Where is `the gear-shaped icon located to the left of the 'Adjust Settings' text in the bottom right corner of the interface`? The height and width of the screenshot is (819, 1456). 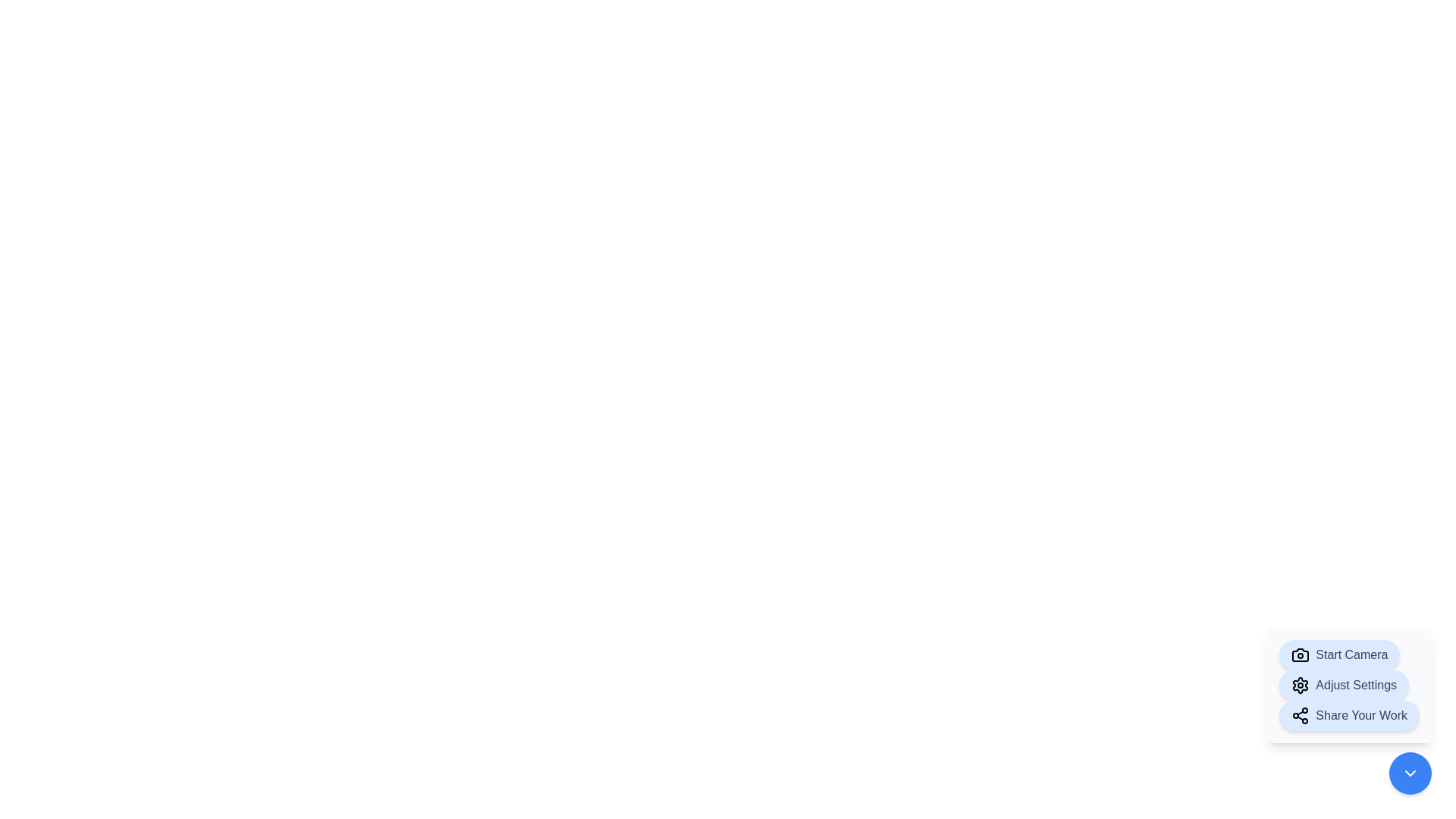
the gear-shaped icon located to the left of the 'Adjust Settings' text in the bottom right corner of the interface is located at coordinates (1300, 685).